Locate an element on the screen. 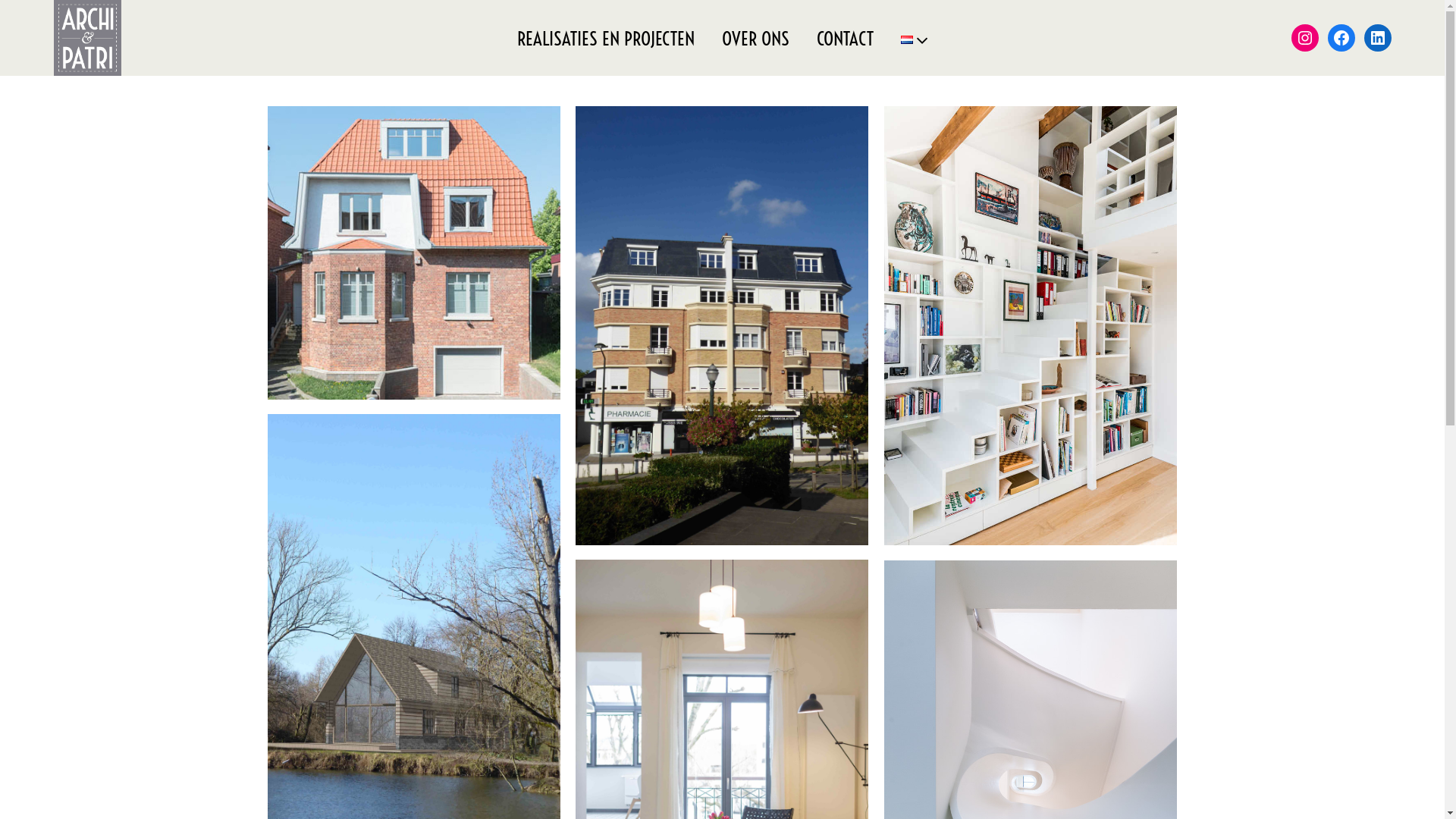  'Facebook' is located at coordinates (1327, 37).